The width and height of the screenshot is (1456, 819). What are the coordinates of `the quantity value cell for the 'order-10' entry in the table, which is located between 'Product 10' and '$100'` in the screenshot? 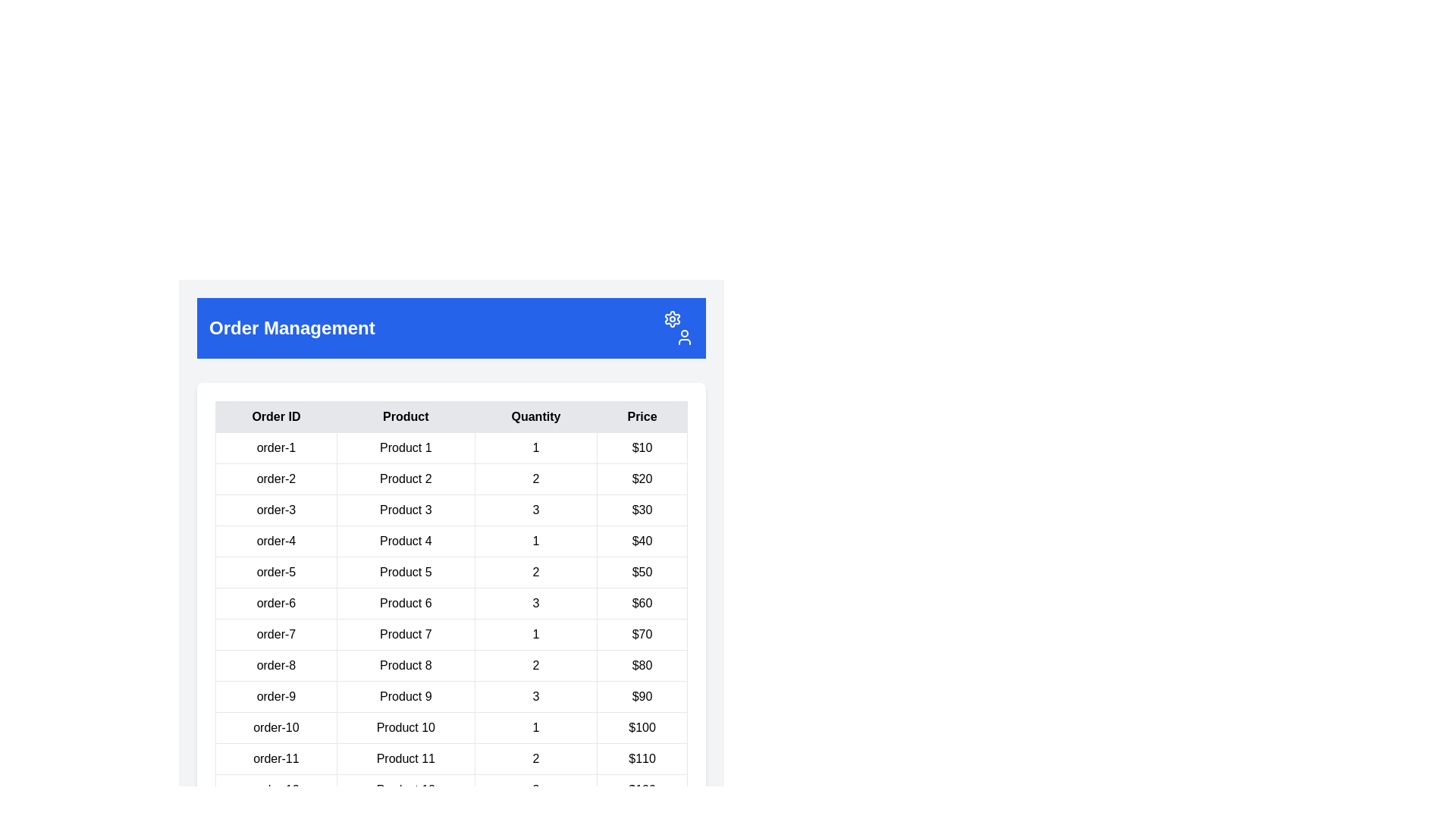 It's located at (535, 727).